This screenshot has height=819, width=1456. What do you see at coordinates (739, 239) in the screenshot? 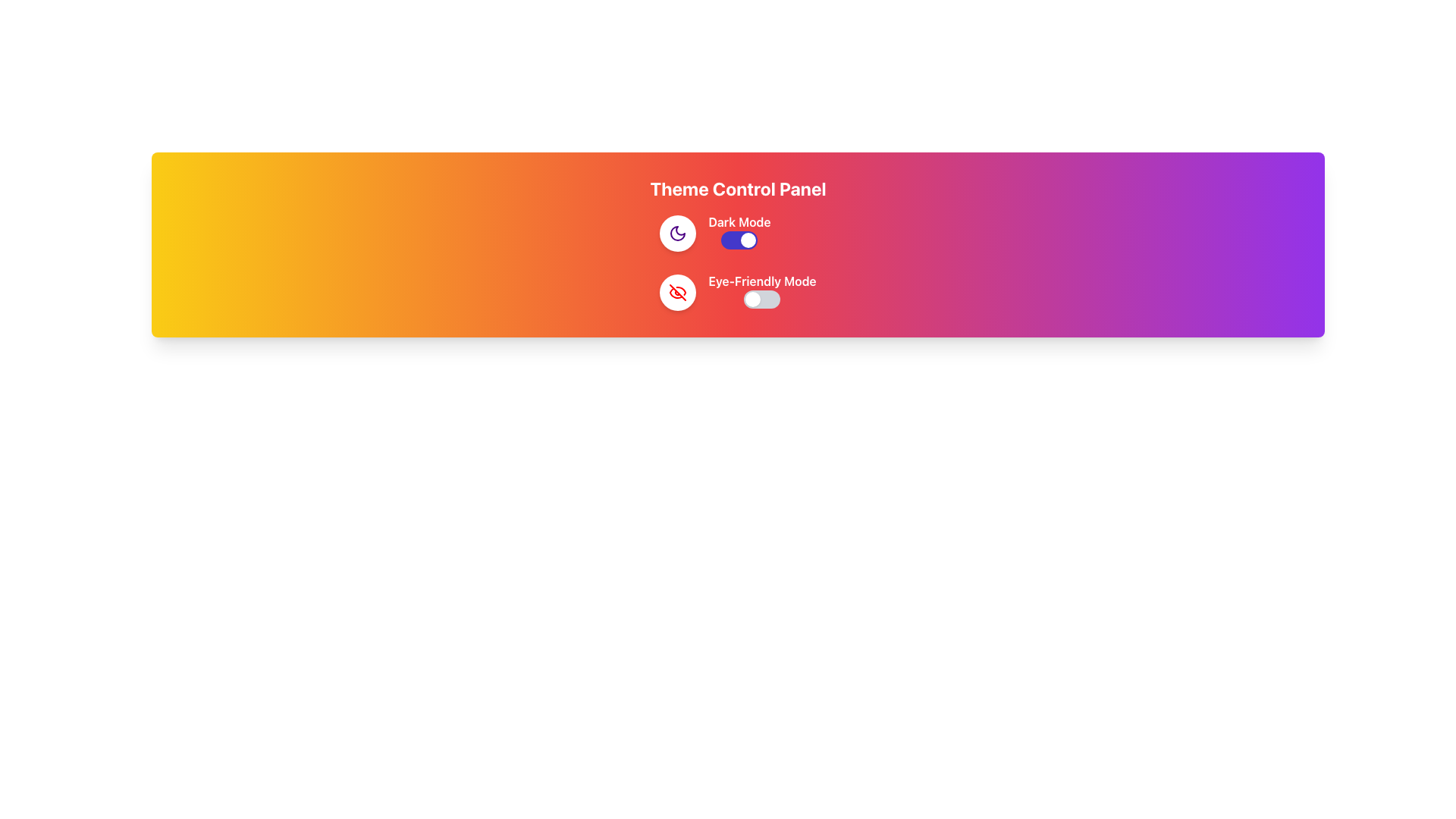
I see `the white knob of the 'Dark Mode' toggle switch` at bounding box center [739, 239].